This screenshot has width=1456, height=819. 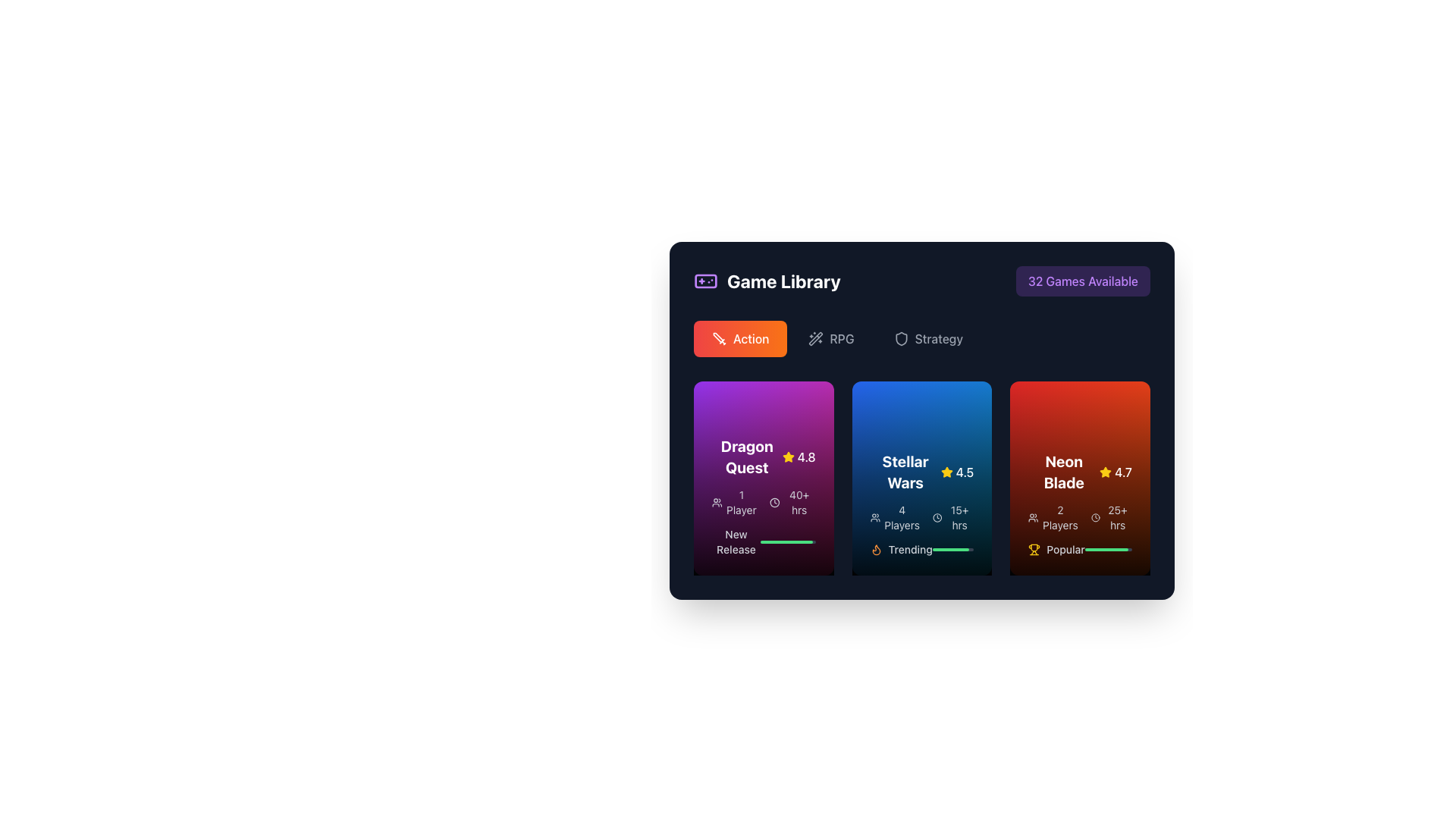 What do you see at coordinates (783, 281) in the screenshot?
I see `the 'Game Library' text label, which is displayed in a bold, large-sized white font and located to the right of a purple game controller icon and left of a purple badge showing '32 Games Available'` at bounding box center [783, 281].